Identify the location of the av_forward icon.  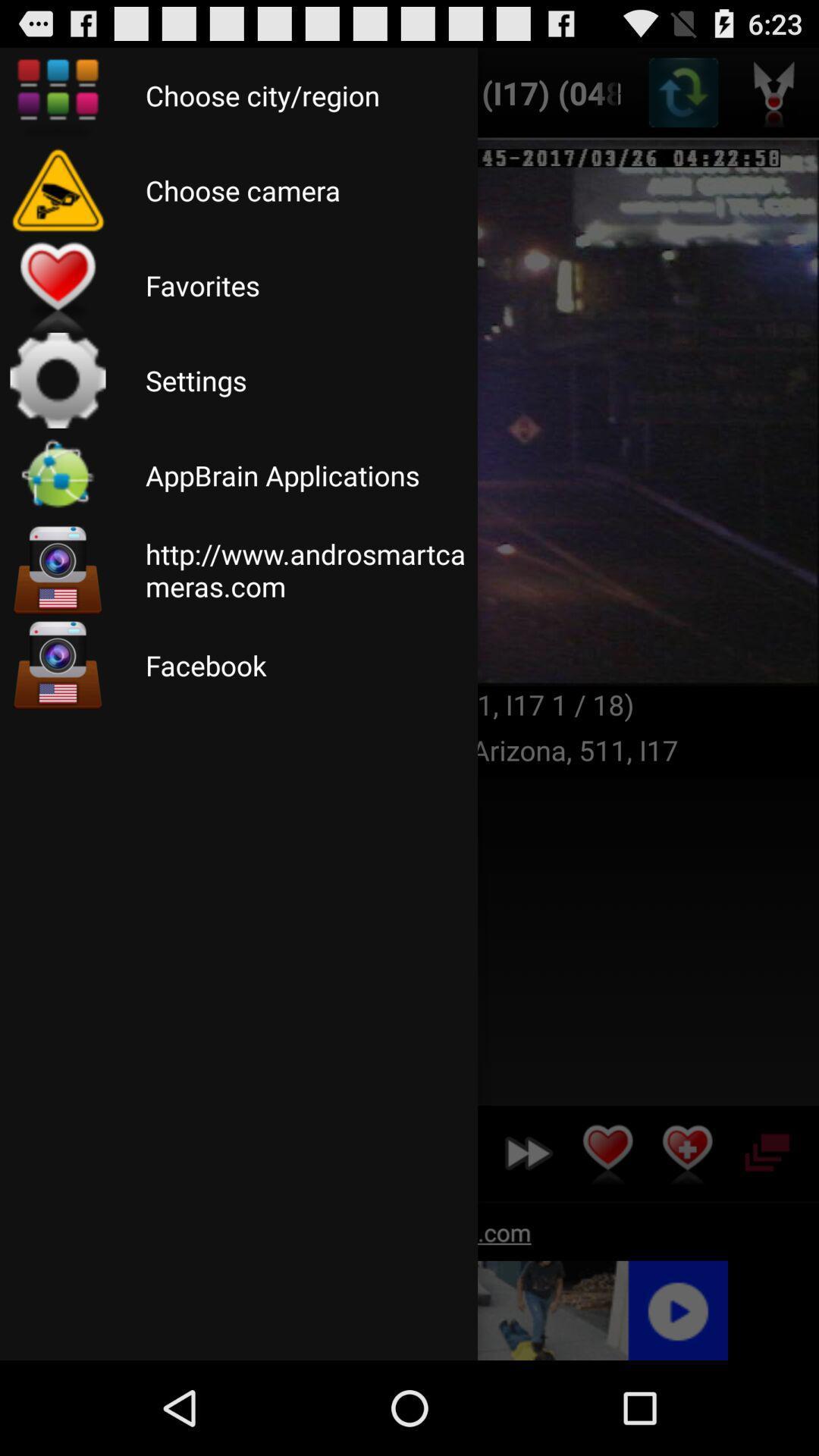
(527, 1234).